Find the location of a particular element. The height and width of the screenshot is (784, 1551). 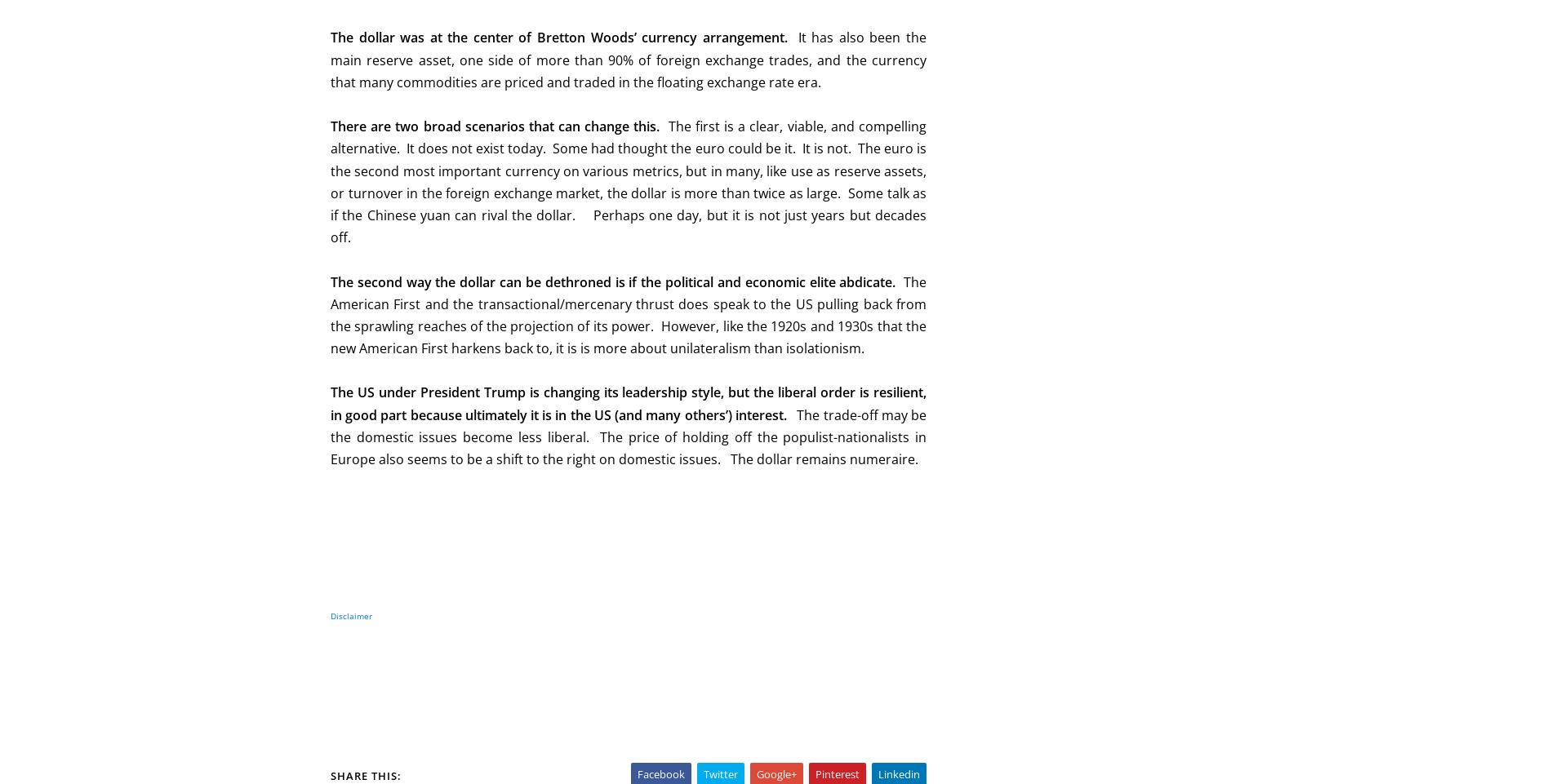

'The first is a clear, viable, and compelling alternative.  It does not exist today.  Some had thought the euro could be it.  It is not.  The euro is the second most important currency on various metrics, but in many, like use as reserve assets, or turnover in the foreign exchange market, the dollar is more than twice as large.  Some talk as if the Chinese yuan can rival the dollar.    Perhaps one day, but it is not just years but decades off.' is located at coordinates (330, 180).